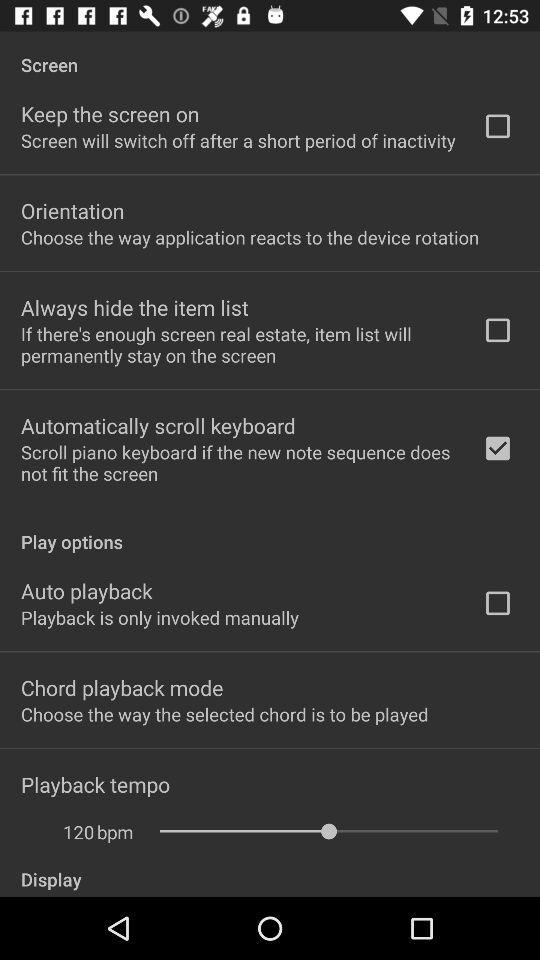  What do you see at coordinates (328, 831) in the screenshot?
I see `item to the right of bpm app` at bounding box center [328, 831].